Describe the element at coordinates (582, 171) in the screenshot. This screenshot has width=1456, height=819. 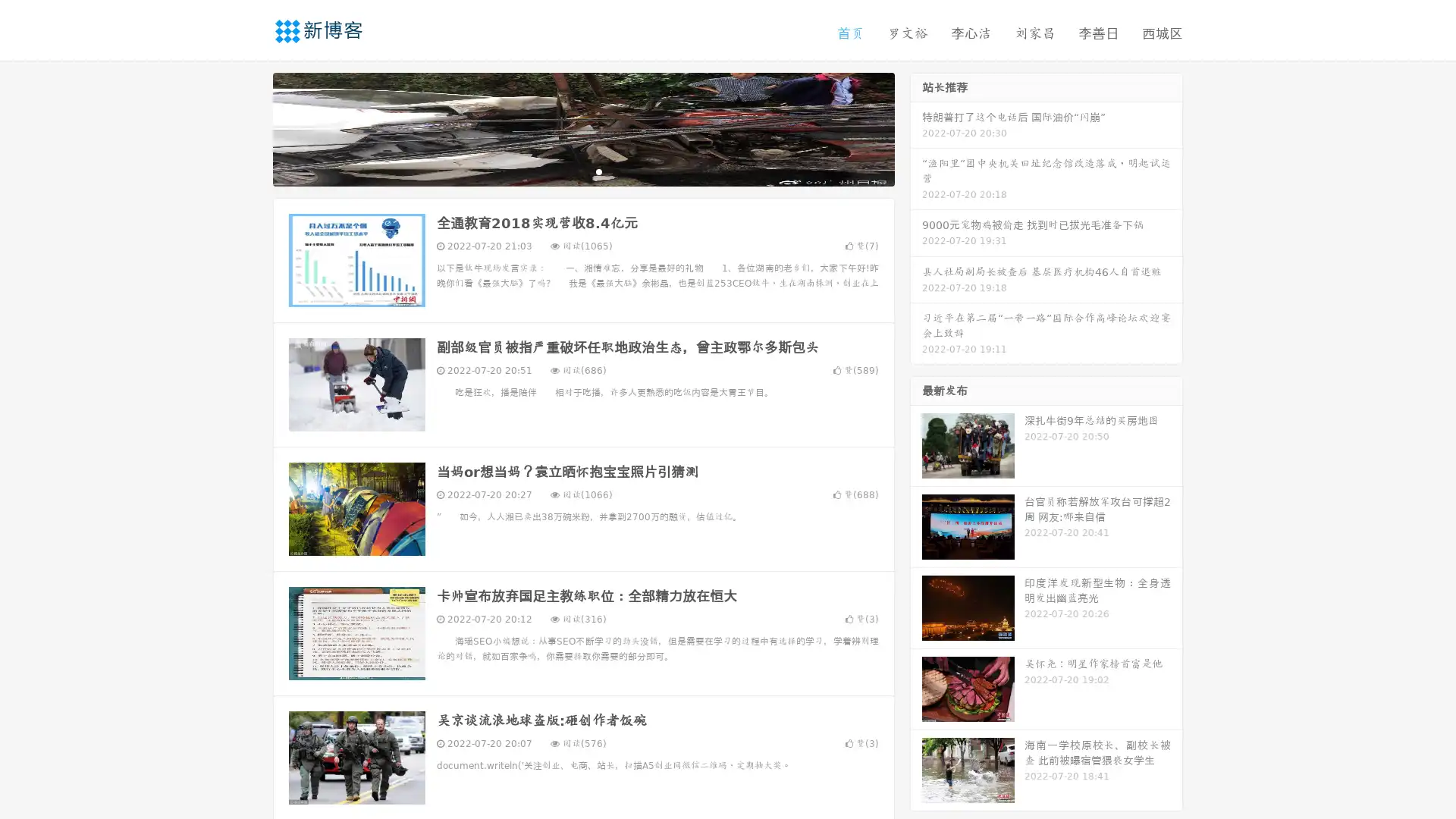
I see `Go to slide 2` at that location.